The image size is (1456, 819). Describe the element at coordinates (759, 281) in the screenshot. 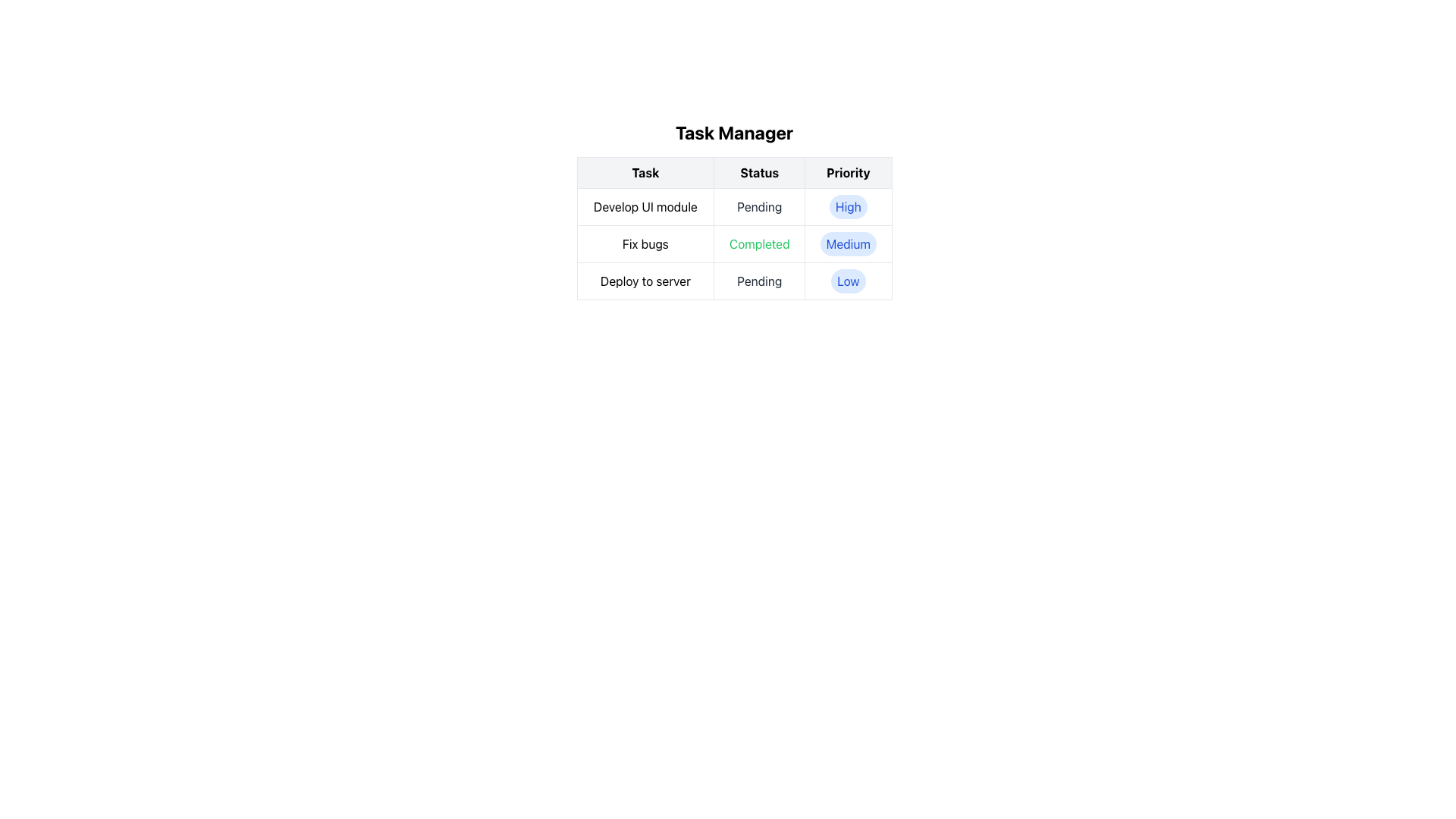

I see `the non-interactive label displaying the status 'Pending' in the third row of the table under the 'Status' column` at that location.